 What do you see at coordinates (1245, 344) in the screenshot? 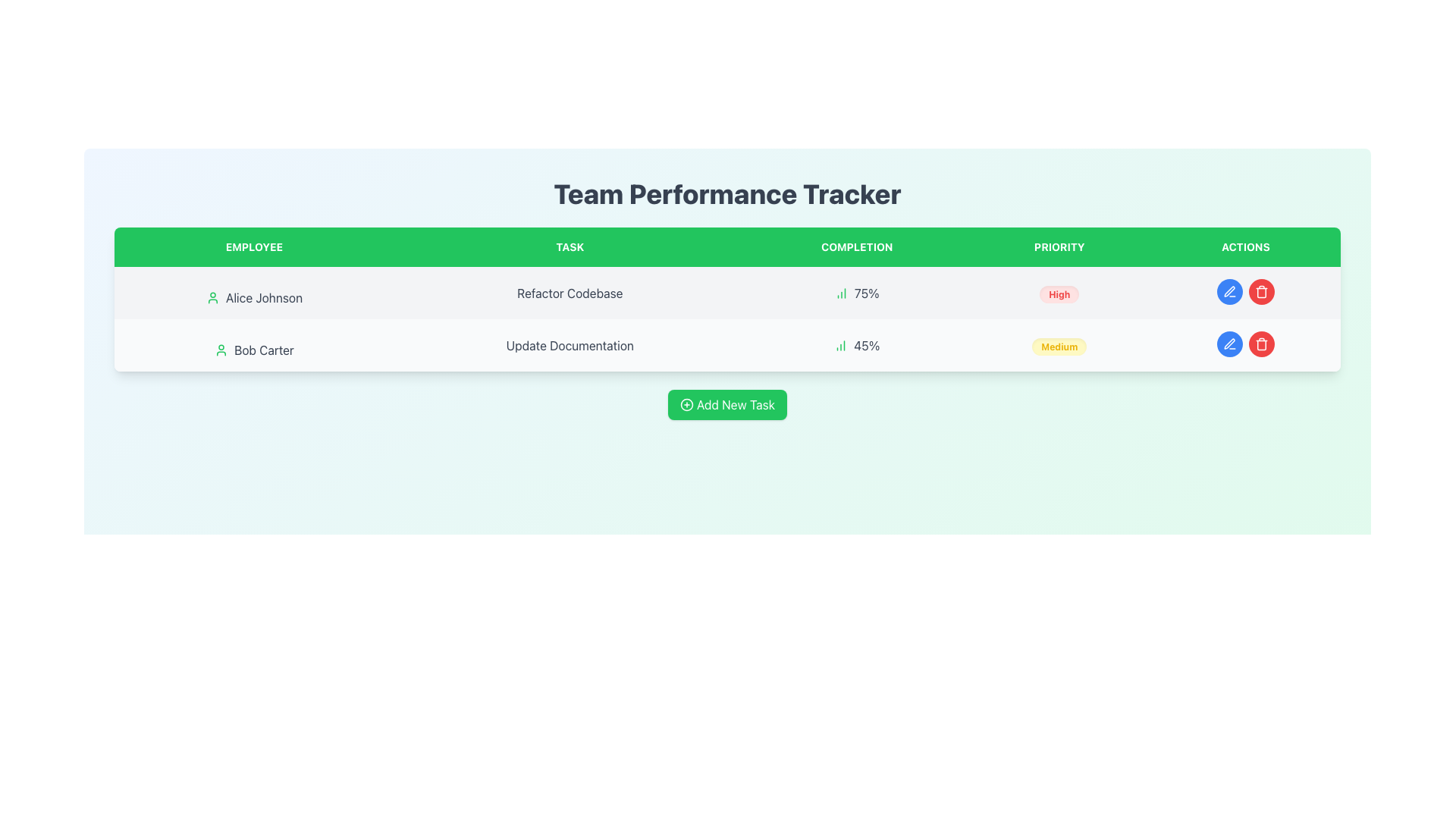
I see `the blue circular button with a white pen icon located in the last column under the 'Actions' header for 'Bob Carter'` at bounding box center [1245, 344].